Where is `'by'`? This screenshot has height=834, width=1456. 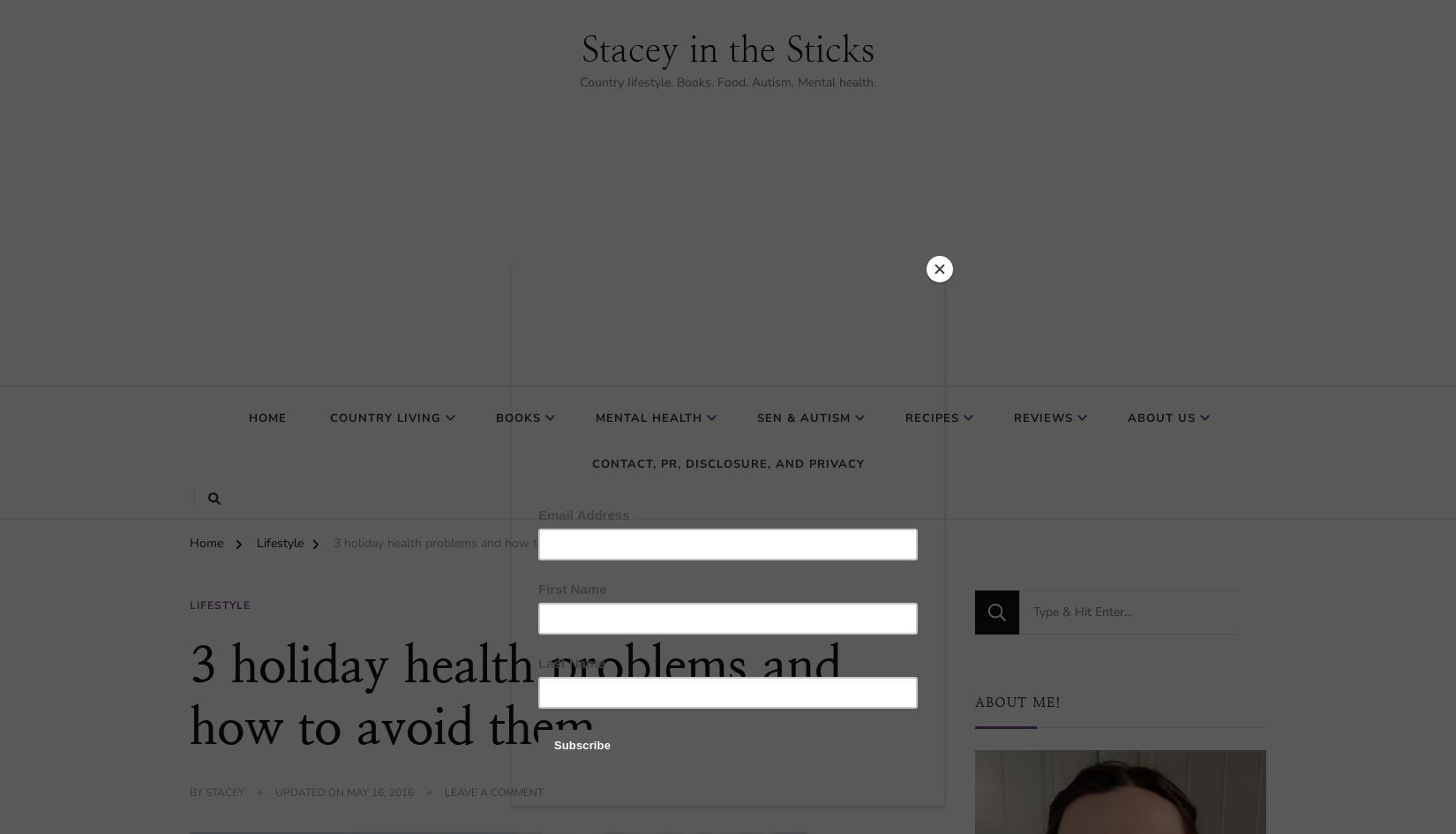
'by' is located at coordinates (198, 792).